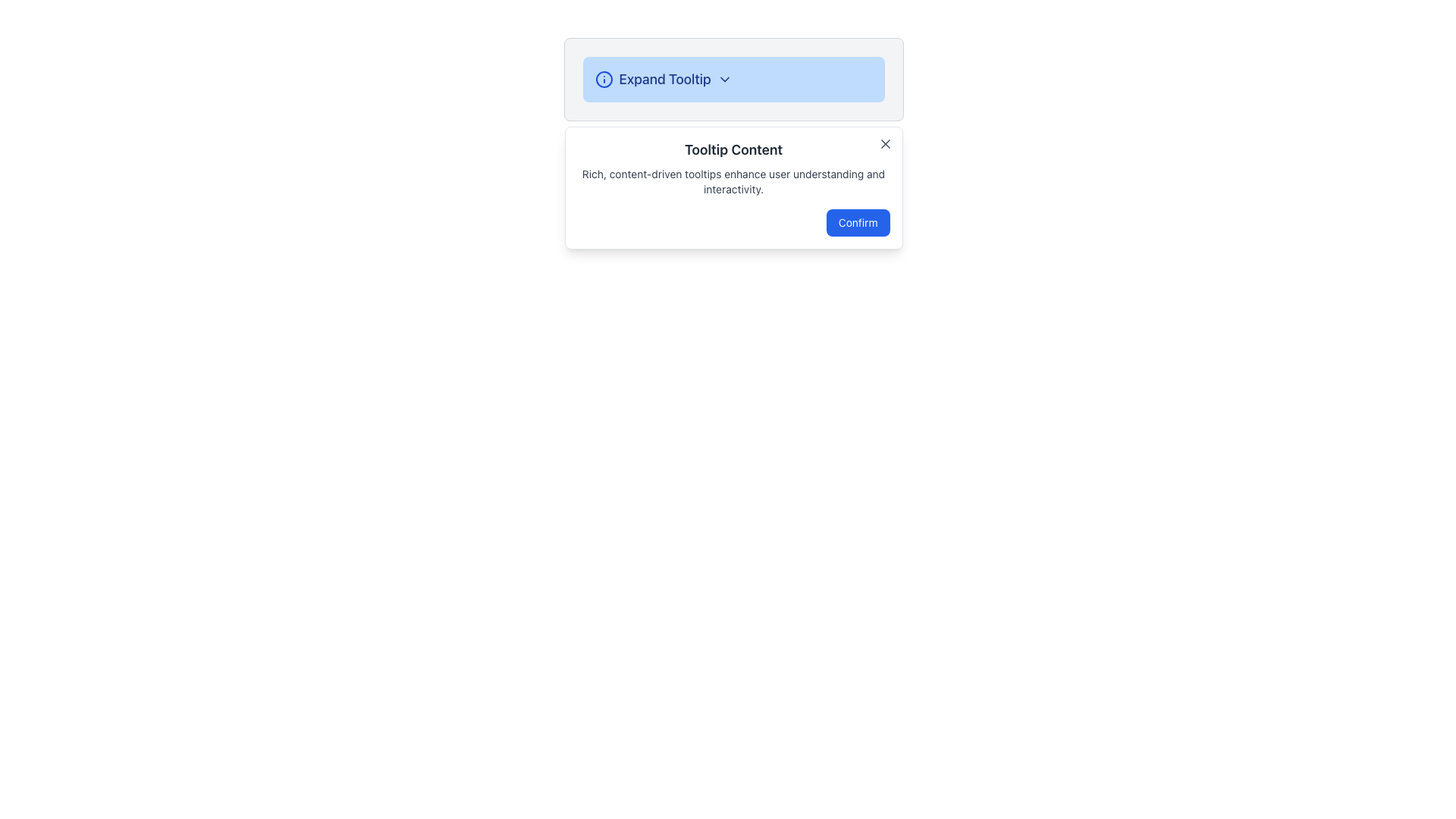 This screenshot has width=1456, height=819. Describe the element at coordinates (733, 149) in the screenshot. I see `the Static Text displaying 'Tooltip Content', which is located below the 'Expand Tooltip' section and above the description text and confirm button` at that location.